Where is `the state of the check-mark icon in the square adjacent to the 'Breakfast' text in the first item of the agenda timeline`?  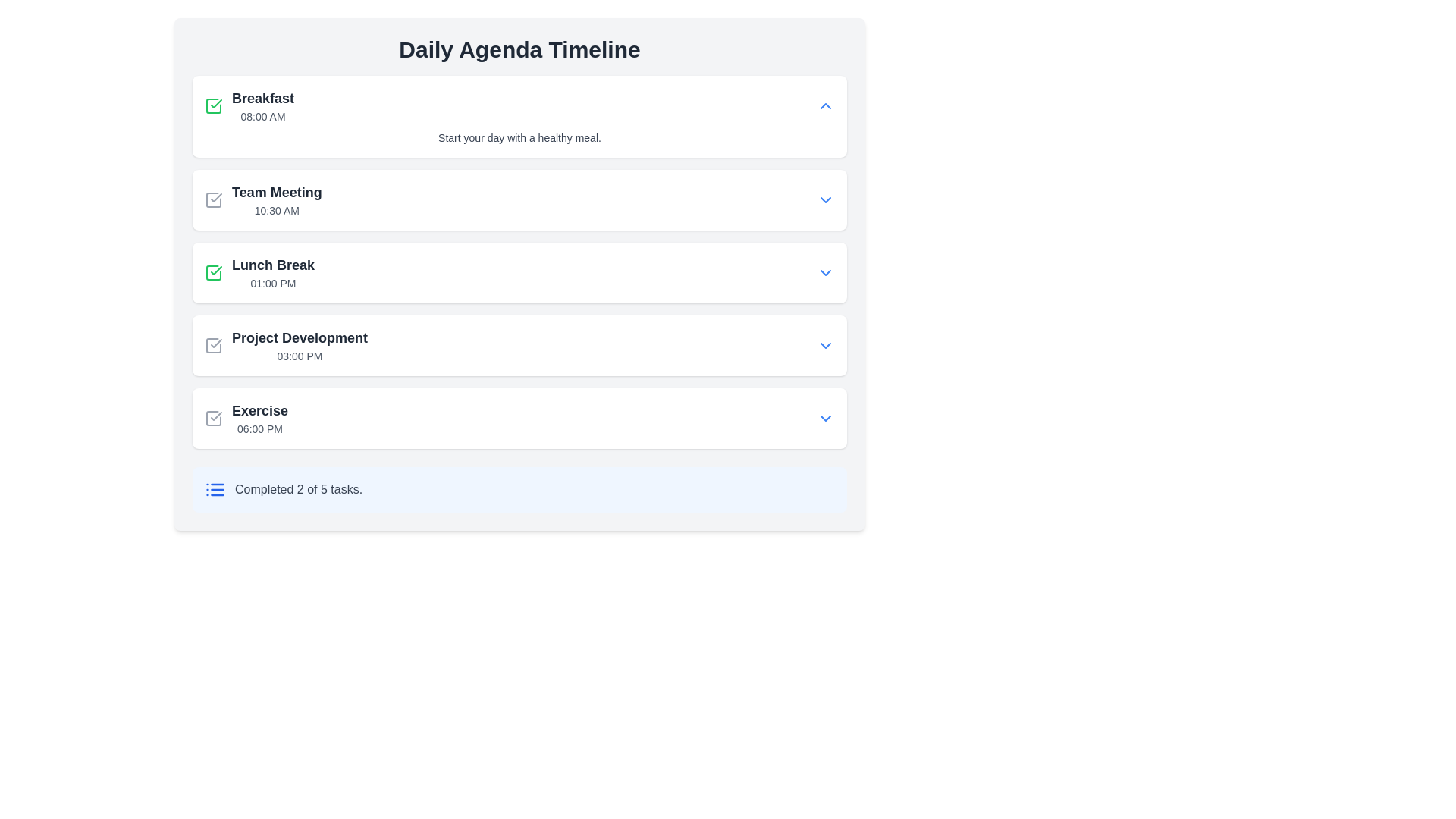 the state of the check-mark icon in the square adjacent to the 'Breakfast' text in the first item of the agenda timeline is located at coordinates (215, 270).